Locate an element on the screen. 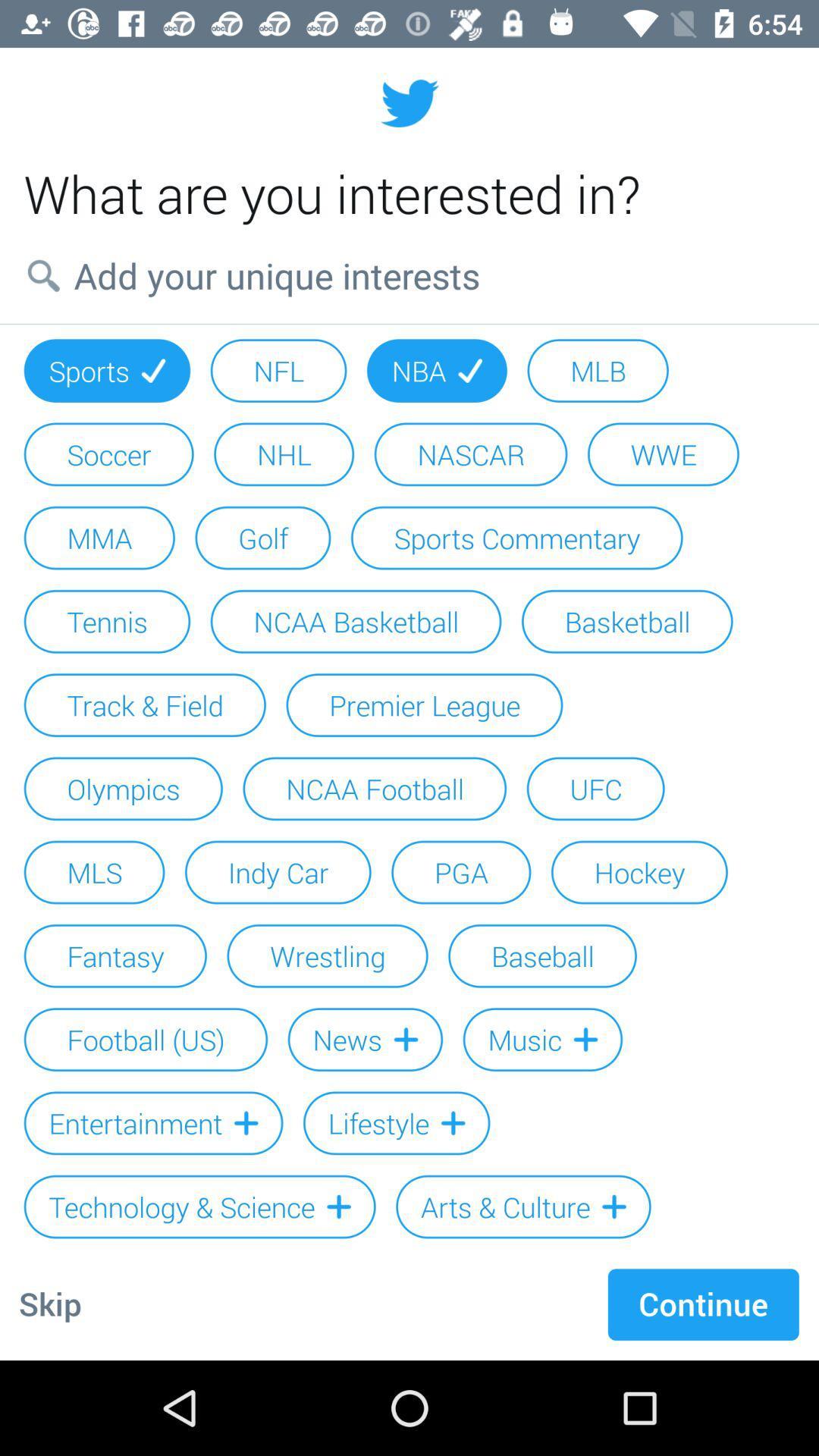  the icon above the mls item is located at coordinates (122, 789).